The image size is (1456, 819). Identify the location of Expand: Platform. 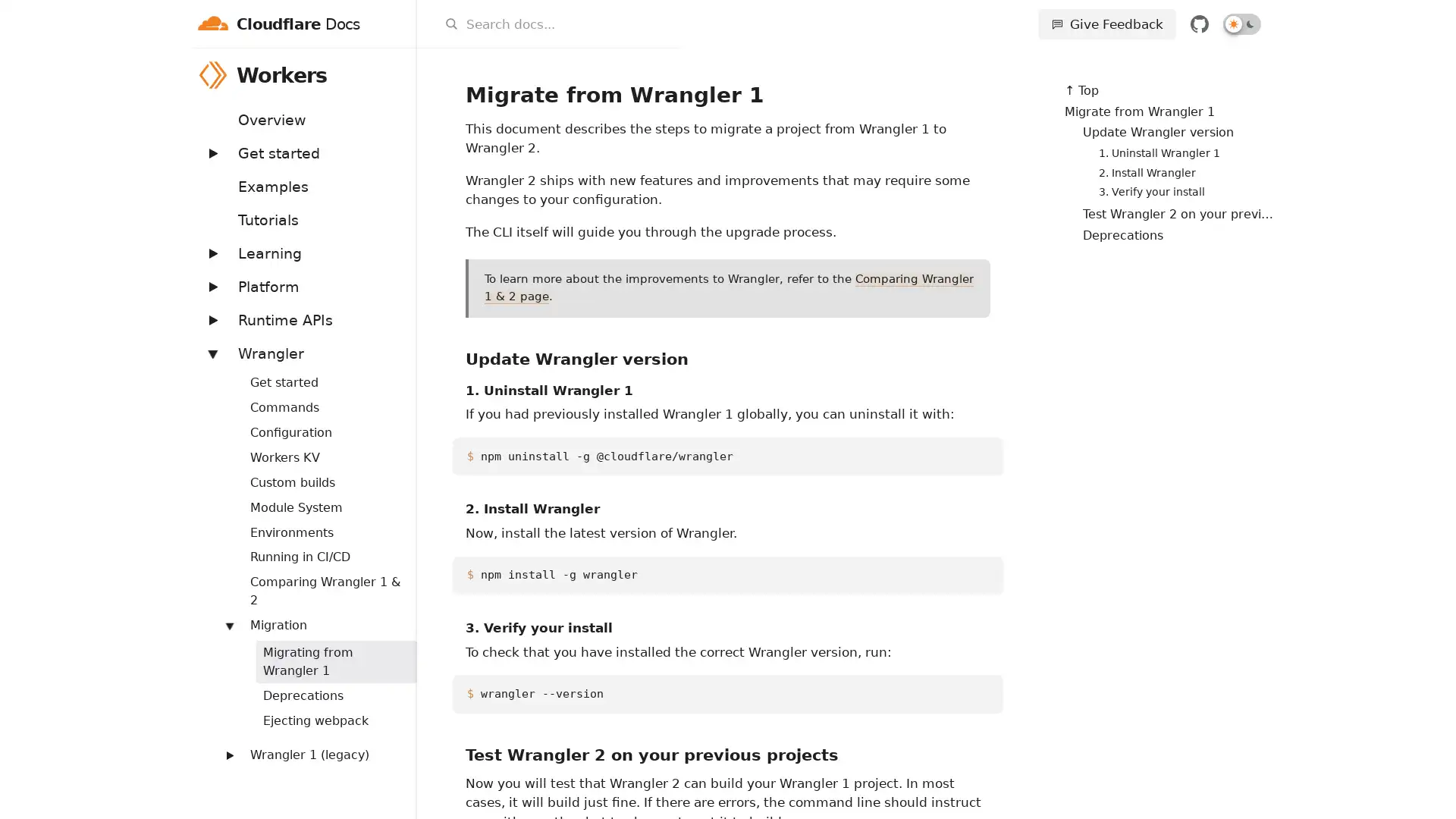
(211, 286).